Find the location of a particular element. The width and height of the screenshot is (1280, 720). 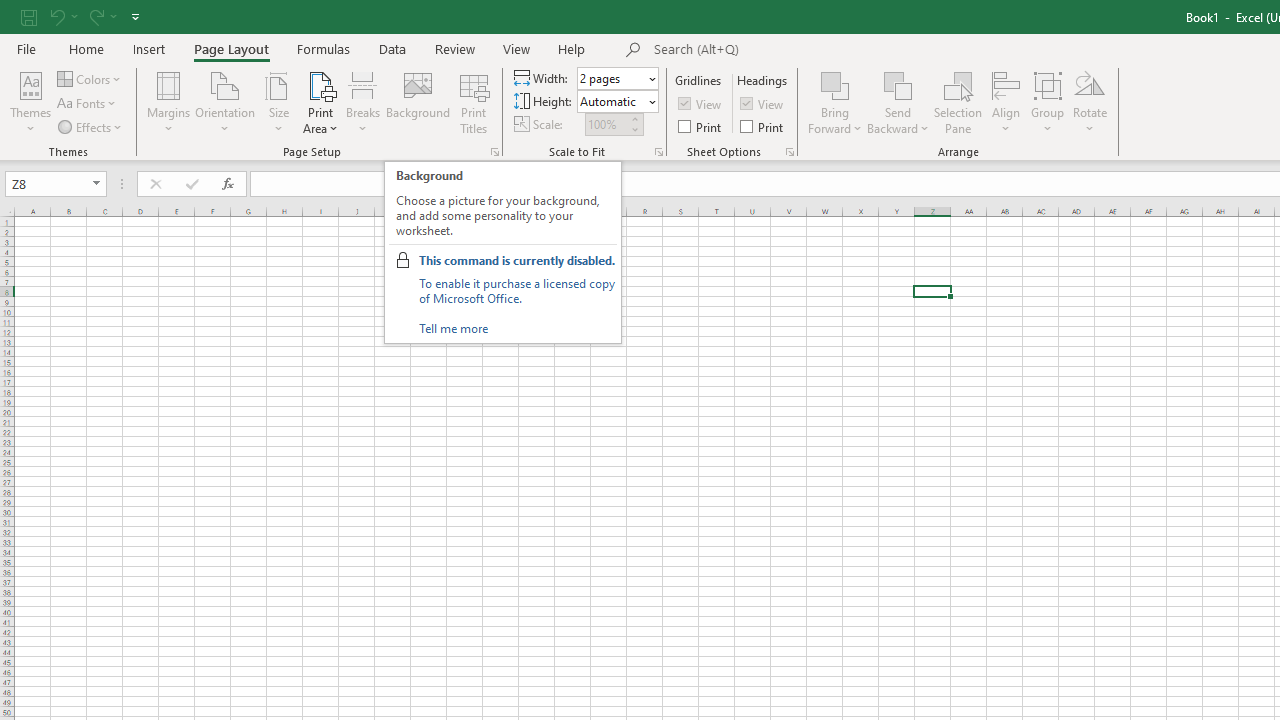

'Colors' is located at coordinates (89, 78).